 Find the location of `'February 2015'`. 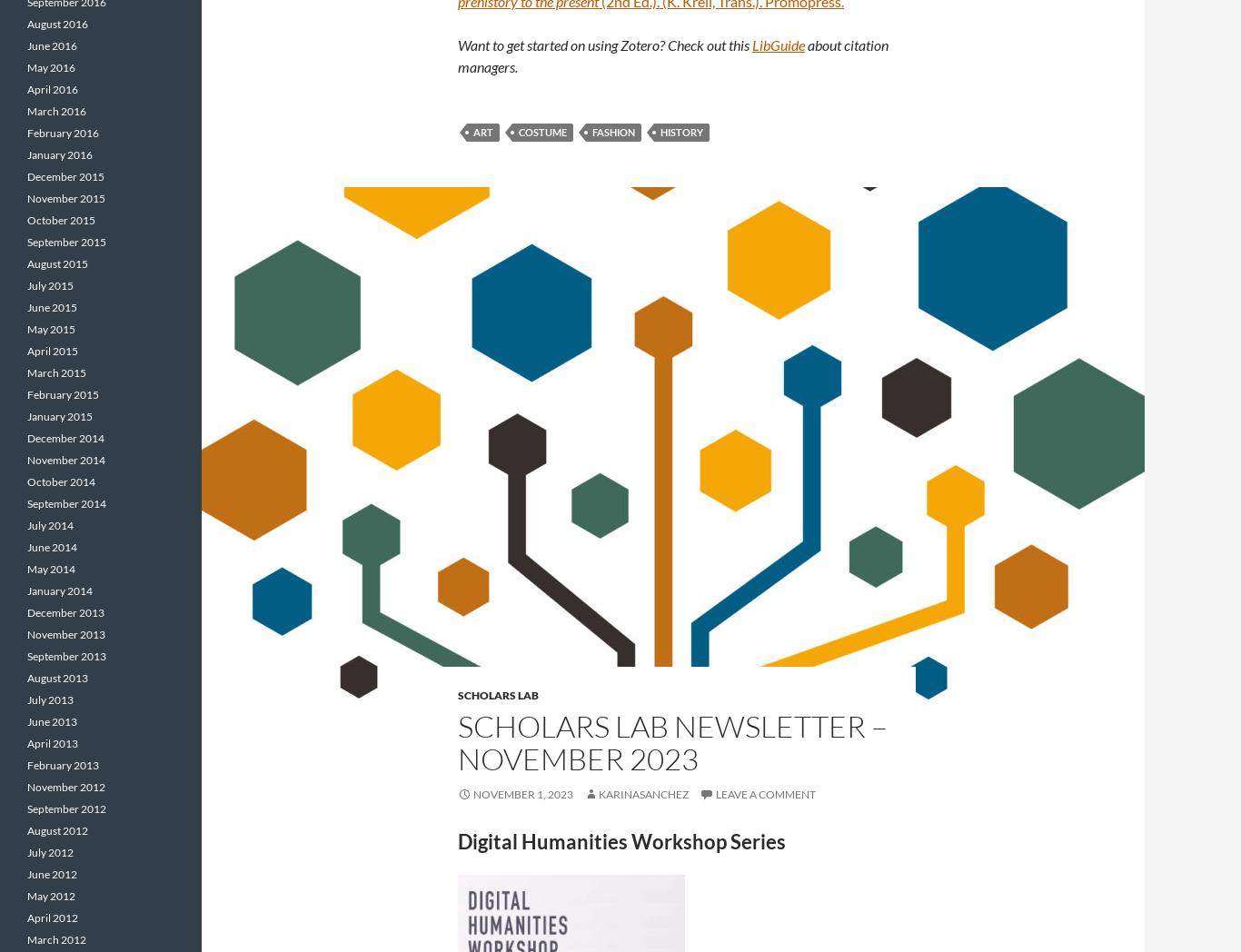

'February 2015' is located at coordinates (63, 394).